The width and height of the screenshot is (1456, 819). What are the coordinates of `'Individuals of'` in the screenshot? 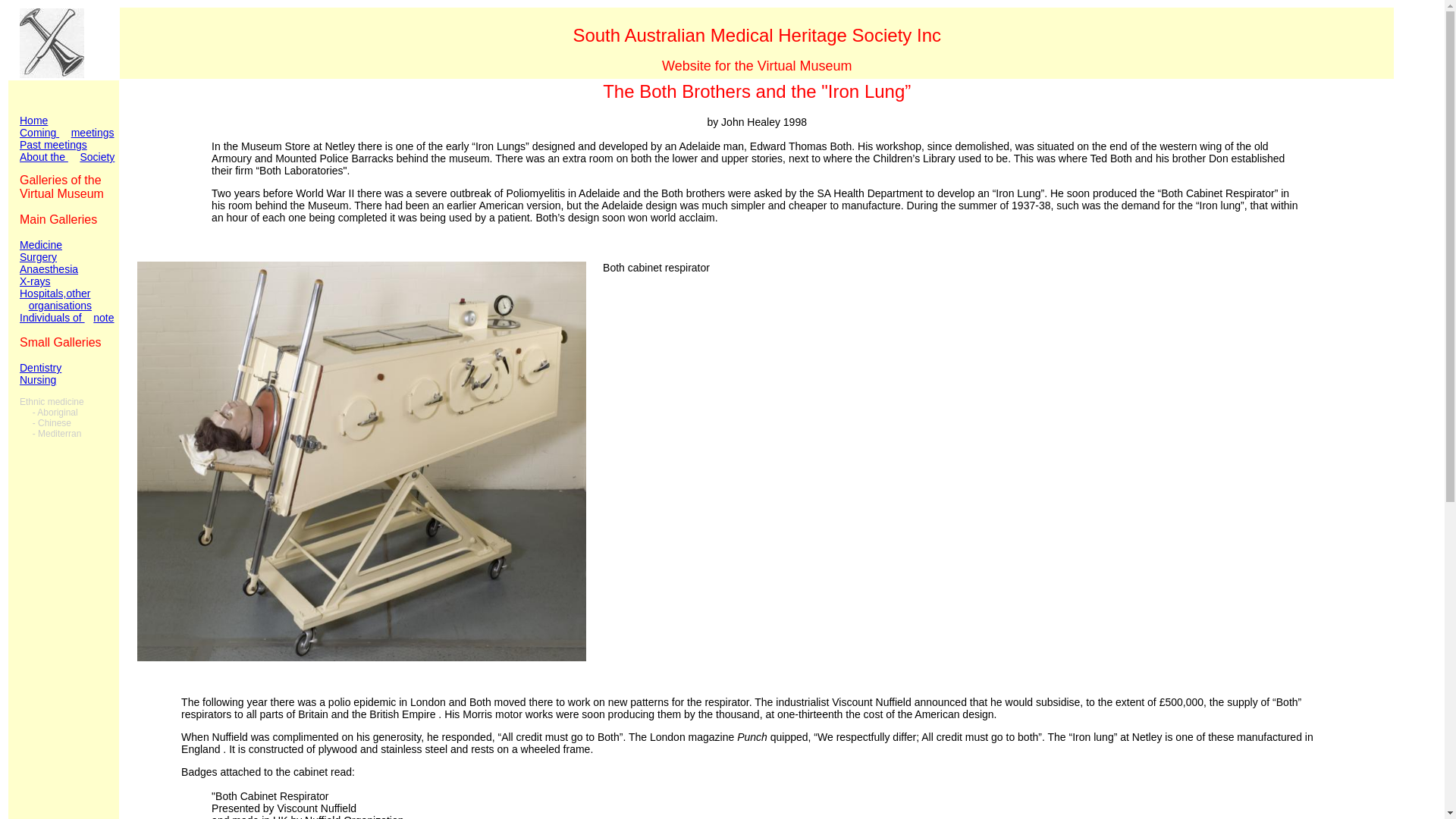 It's located at (19, 317).